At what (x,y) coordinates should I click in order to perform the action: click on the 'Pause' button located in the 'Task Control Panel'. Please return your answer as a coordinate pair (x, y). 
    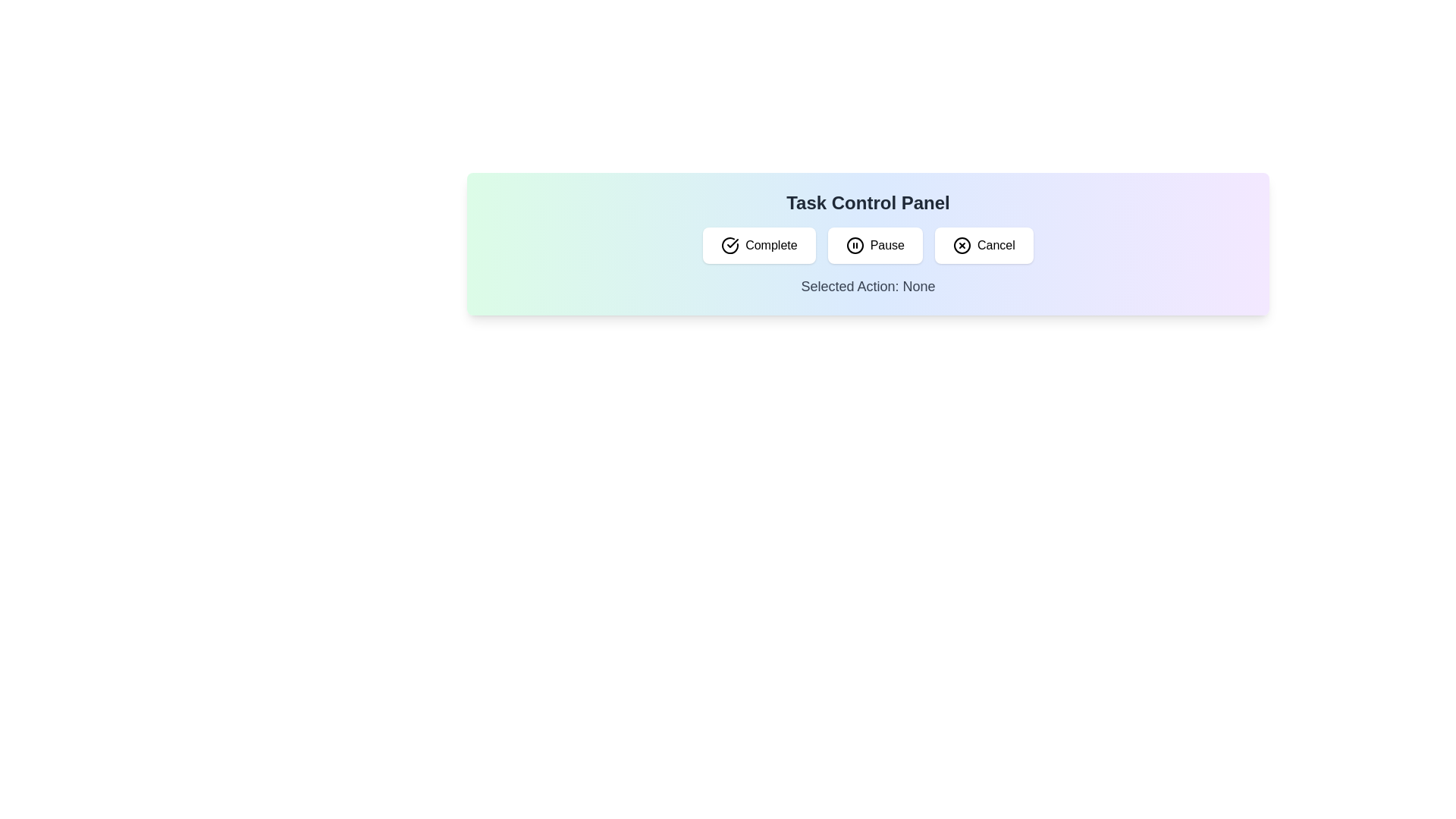
    Looking at the image, I should click on (868, 245).